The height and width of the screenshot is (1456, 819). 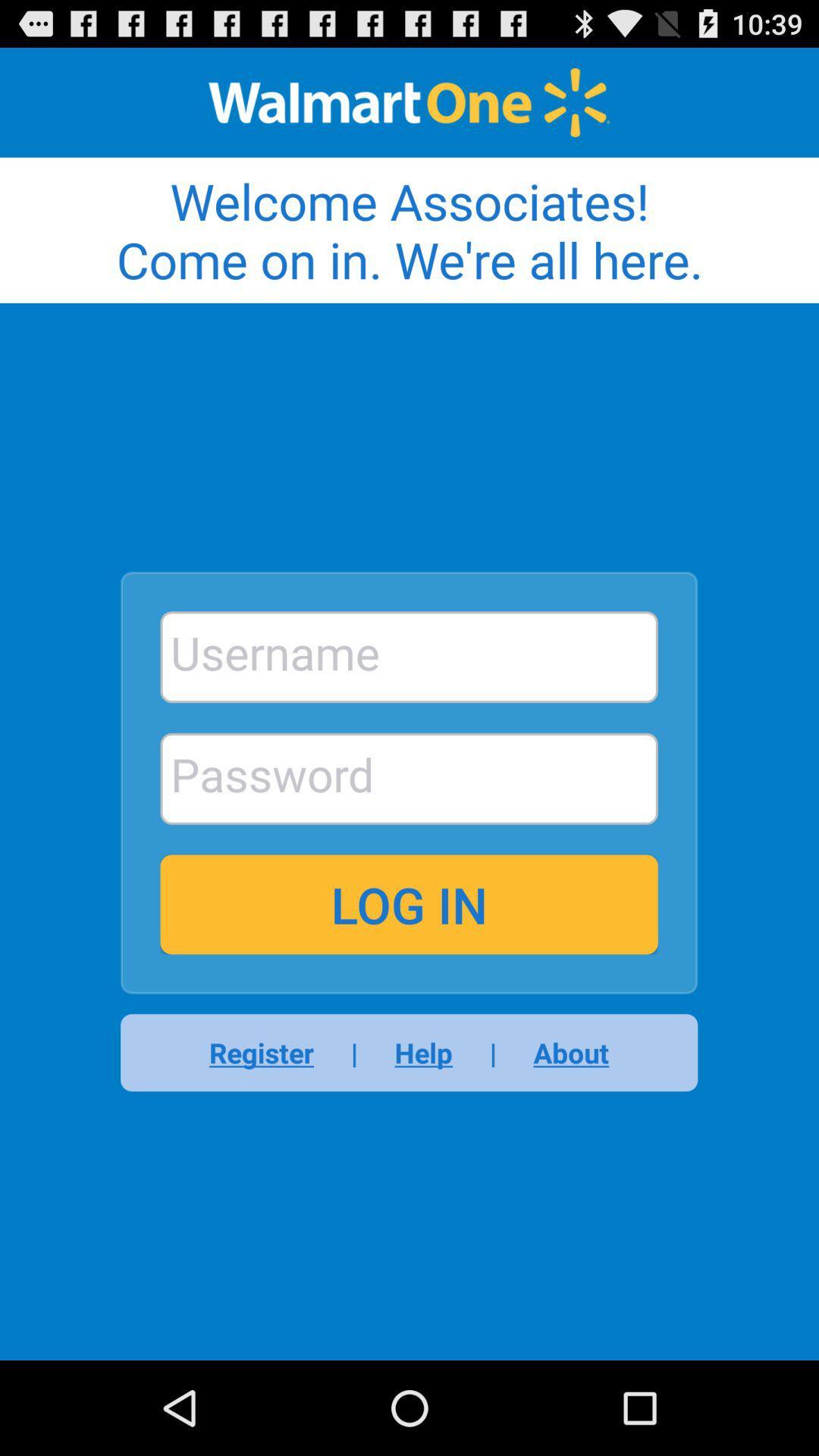 What do you see at coordinates (423, 1052) in the screenshot?
I see `icon to the left of | item` at bounding box center [423, 1052].